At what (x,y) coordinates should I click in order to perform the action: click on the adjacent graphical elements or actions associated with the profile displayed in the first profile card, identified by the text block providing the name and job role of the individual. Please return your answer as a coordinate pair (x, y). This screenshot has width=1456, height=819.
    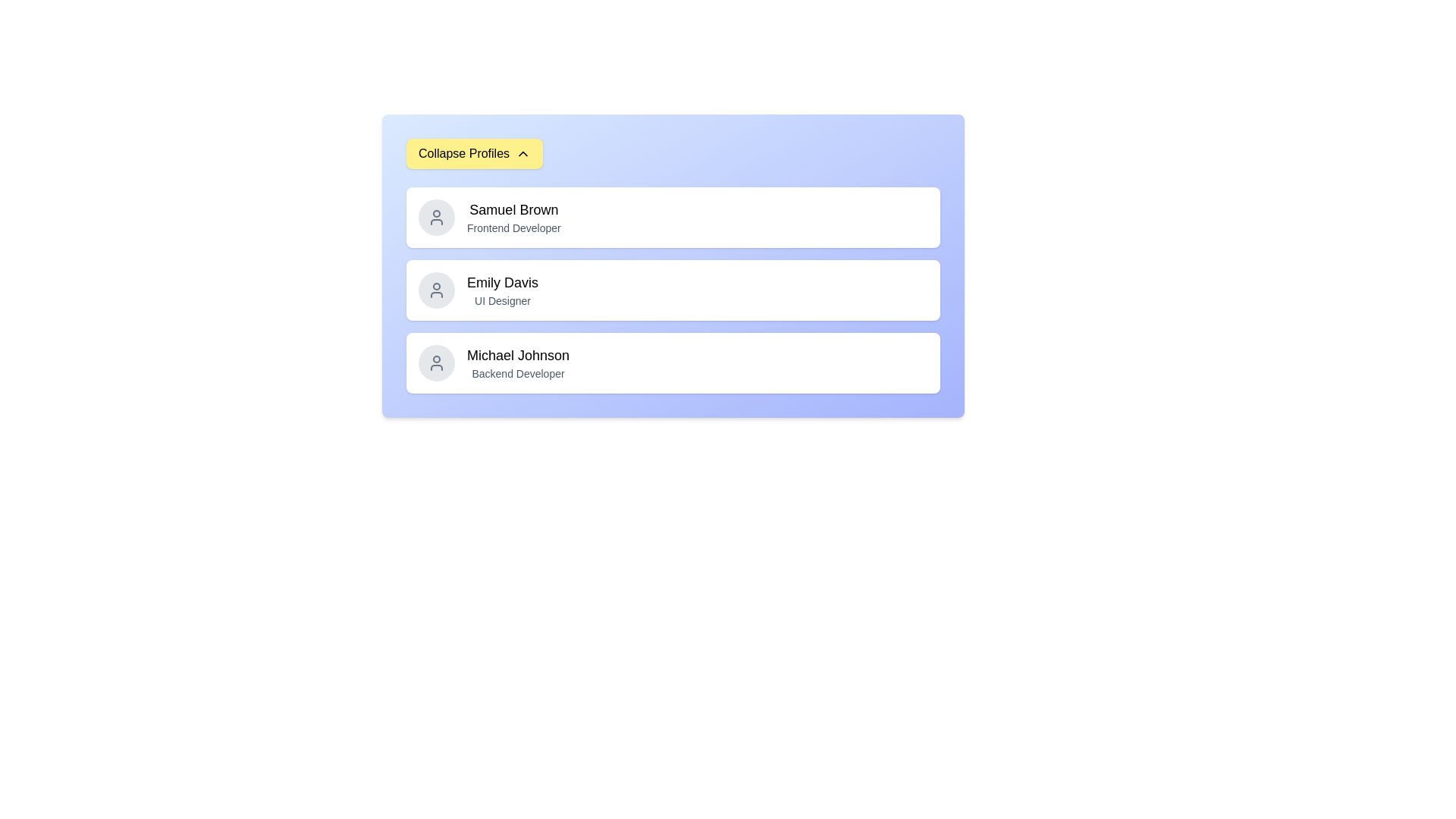
    Looking at the image, I should click on (513, 217).